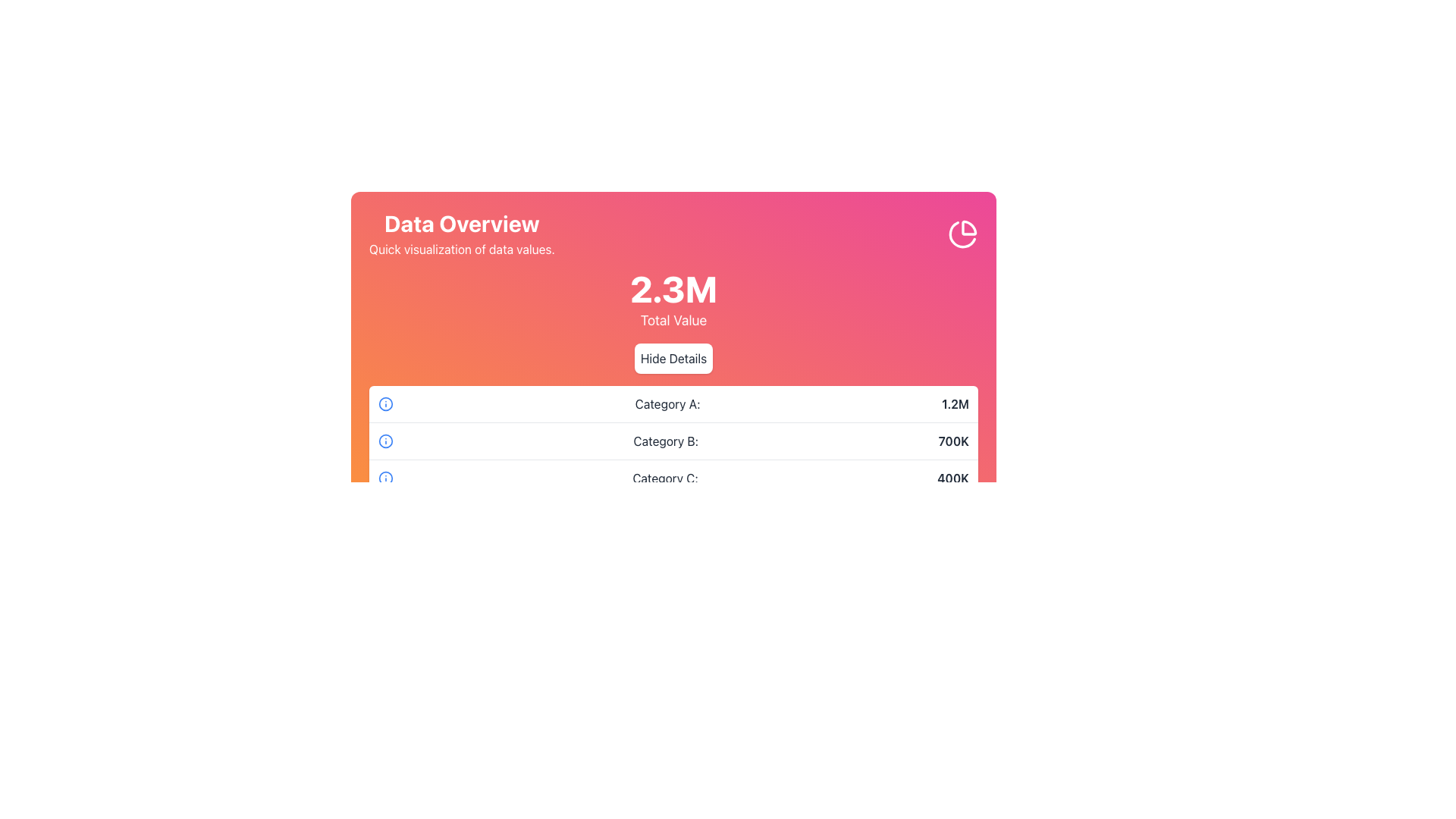 The image size is (1456, 819). What do you see at coordinates (673, 441) in the screenshot?
I see `the textual information row displaying 'Category B: 700K', which is positioned between 'Category A: 1.2M' above and 'Category C: 400K' below` at bounding box center [673, 441].